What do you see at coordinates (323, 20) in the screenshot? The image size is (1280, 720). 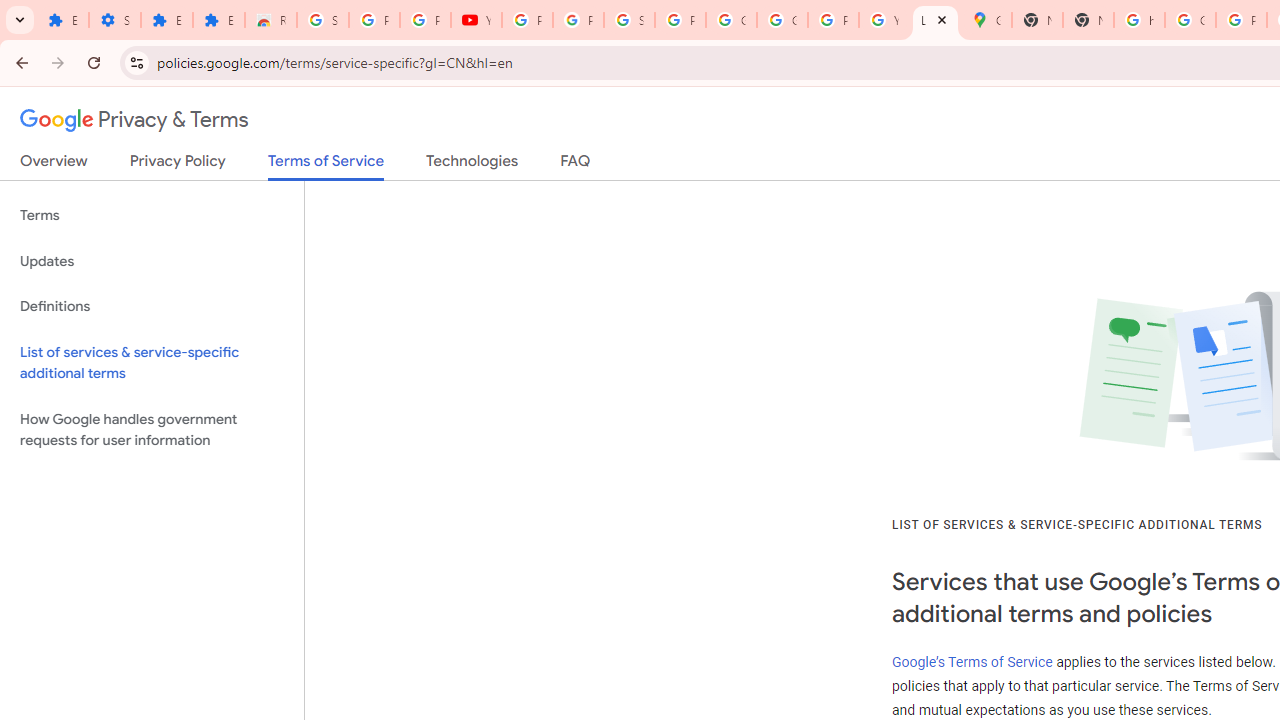 I see `'Sign in - Google Accounts'` at bounding box center [323, 20].